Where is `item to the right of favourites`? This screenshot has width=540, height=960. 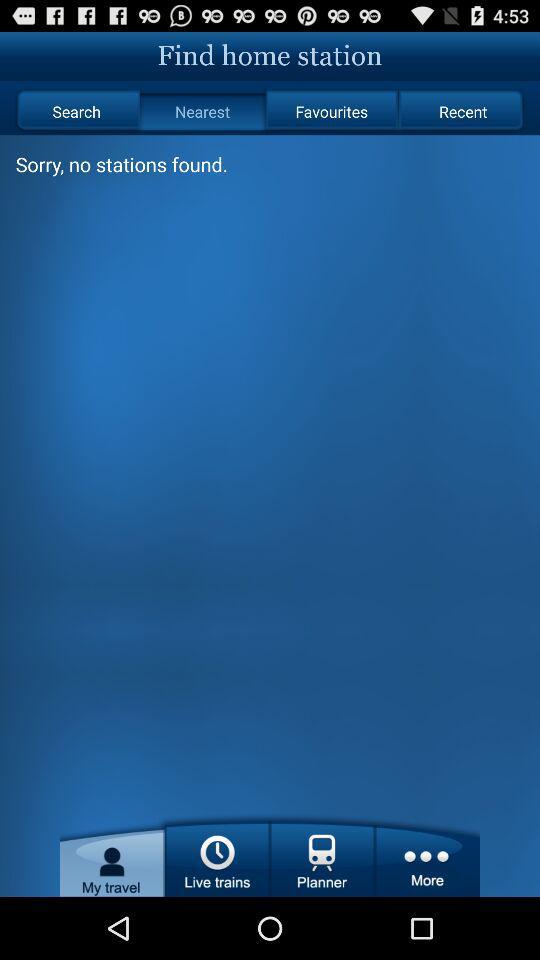
item to the right of favourites is located at coordinates (463, 111).